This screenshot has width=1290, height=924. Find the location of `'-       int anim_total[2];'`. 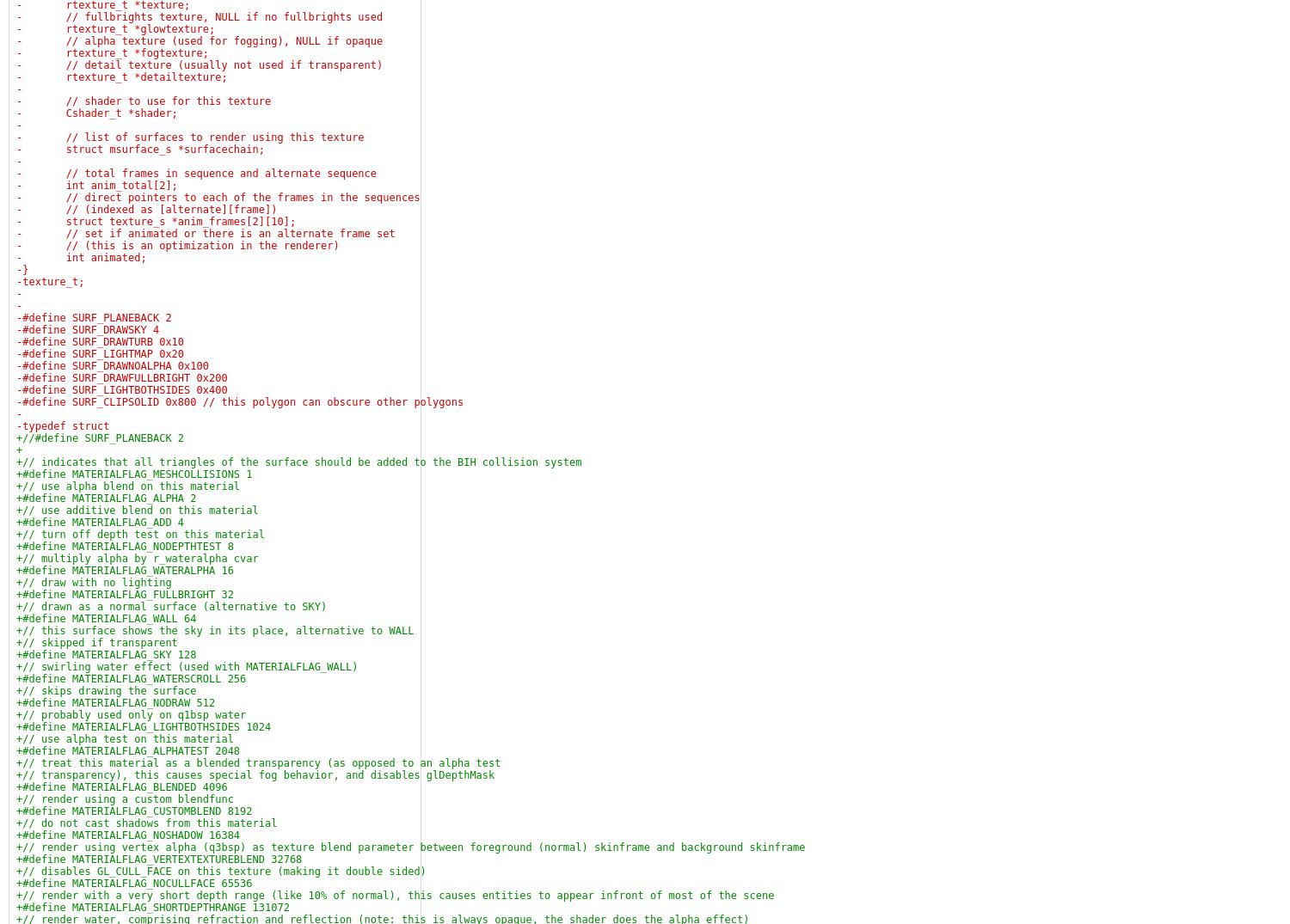

'-       int anim_total[2];' is located at coordinates (16, 184).